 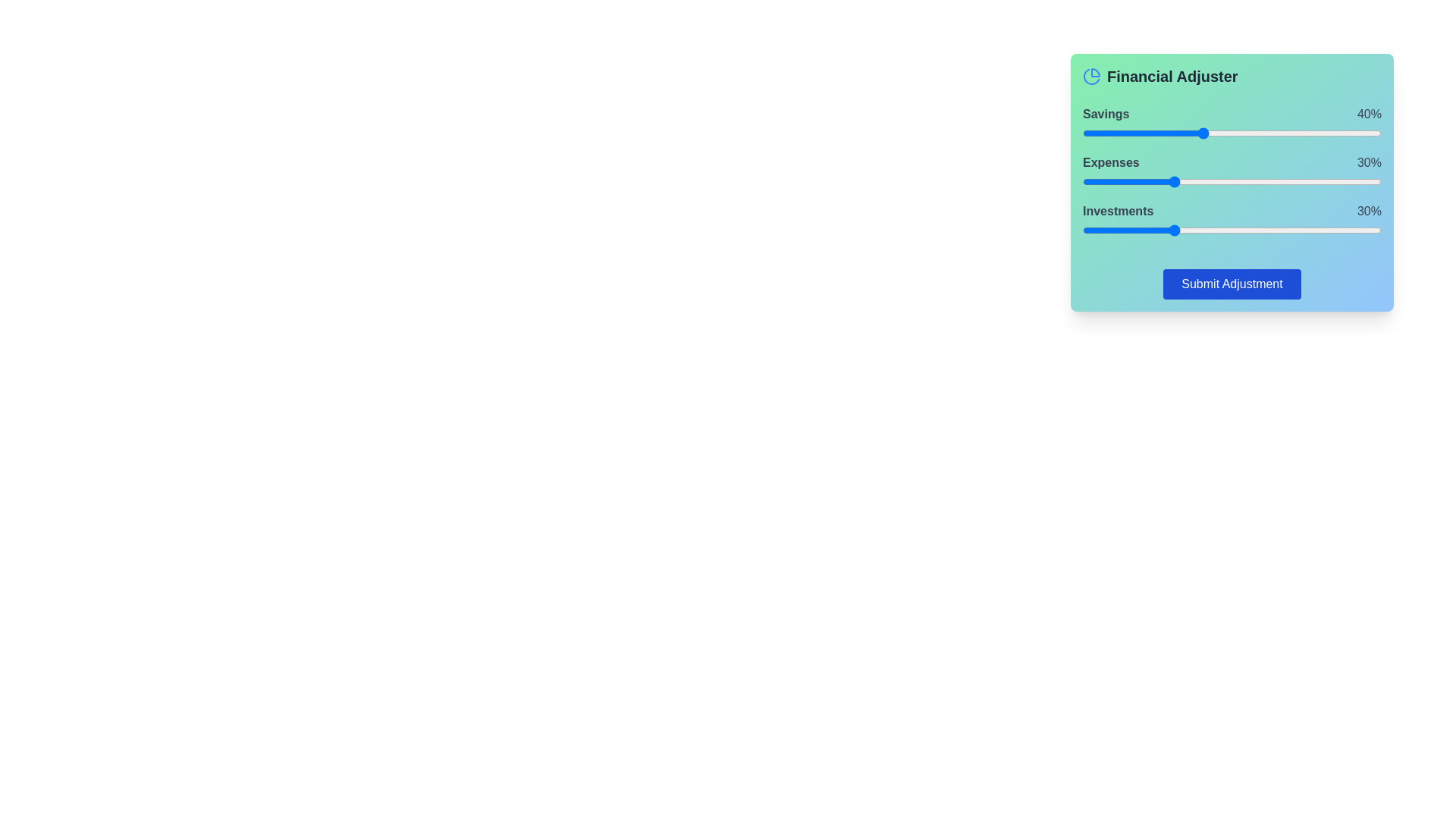 What do you see at coordinates (1253, 231) in the screenshot?
I see `the Investments slider to set the percentage to 57` at bounding box center [1253, 231].